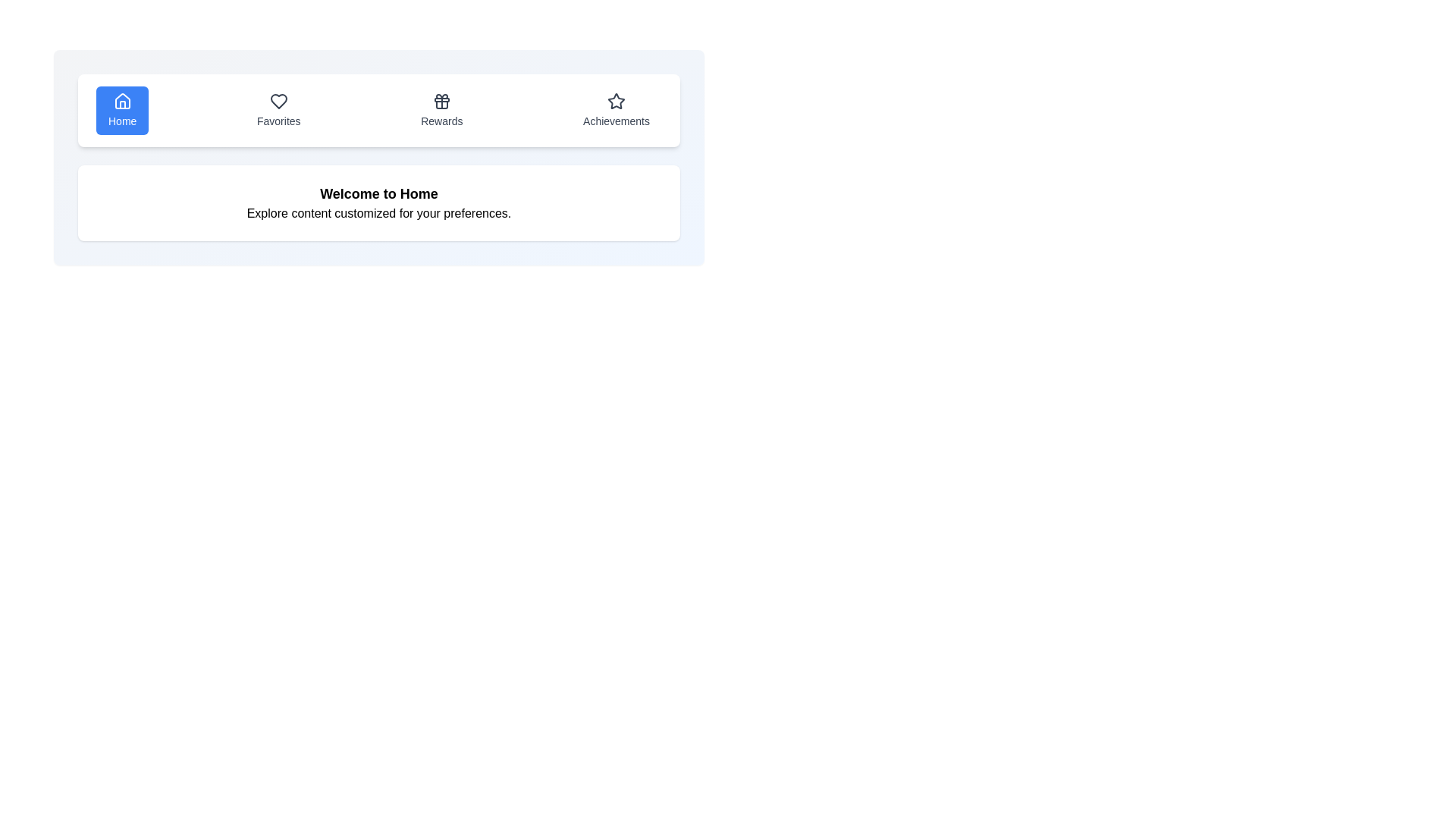  I want to click on the heart icon in the navigation bar, so click(278, 102).